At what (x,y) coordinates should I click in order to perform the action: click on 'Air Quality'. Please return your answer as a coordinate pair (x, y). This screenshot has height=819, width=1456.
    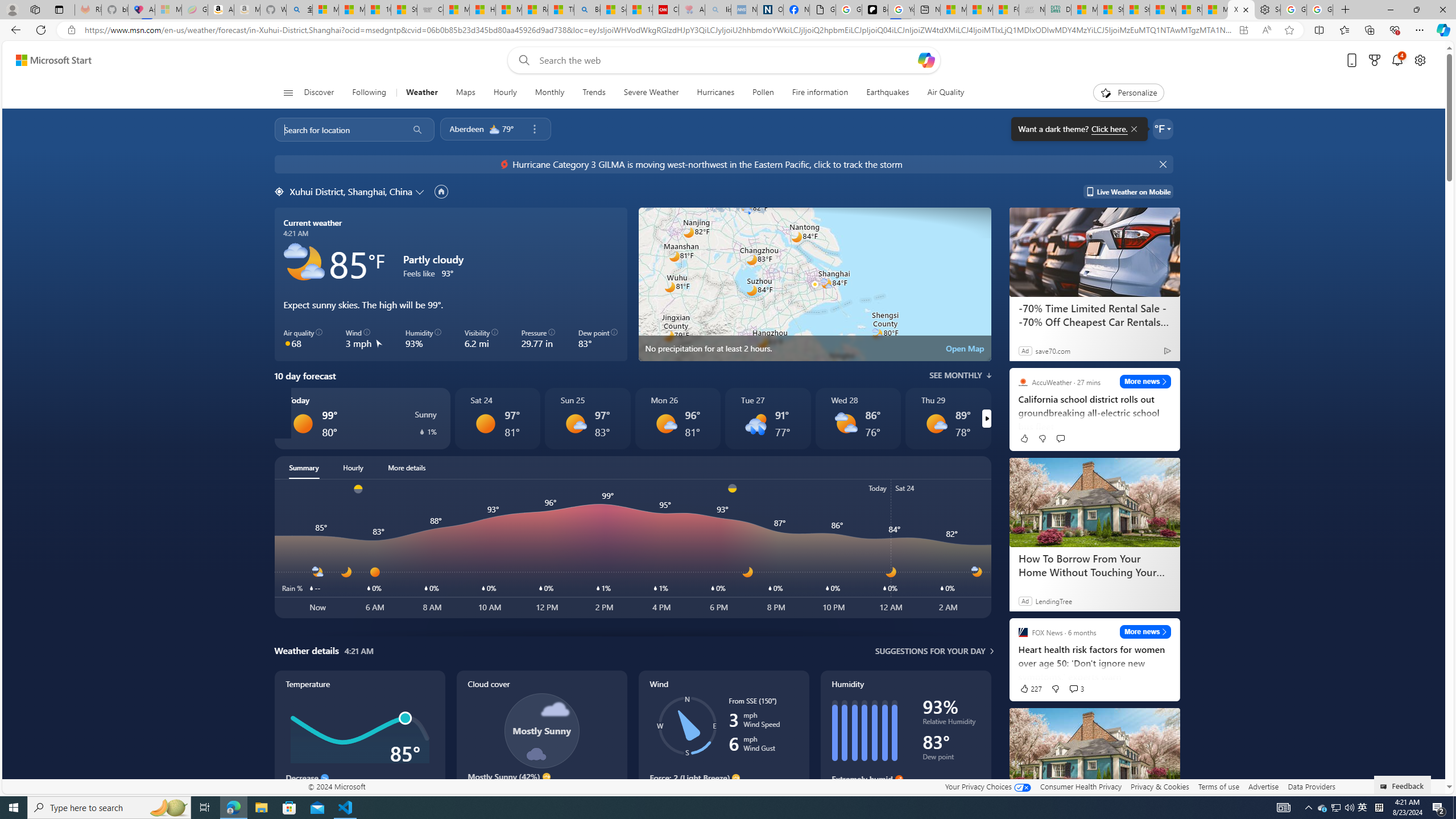
    Looking at the image, I should click on (940, 92).